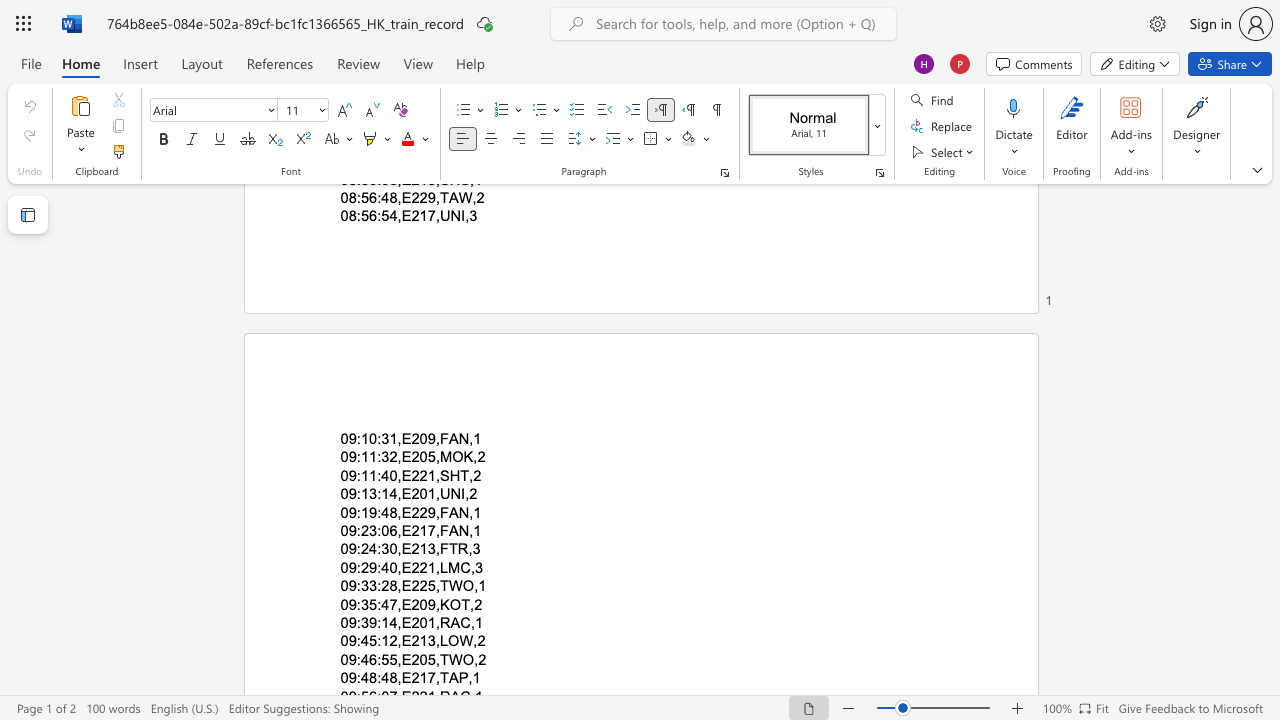  Describe the element at coordinates (356, 437) in the screenshot. I see `the subset text ":10:31,E209,F" within the text "09:10:31,E209,FAN,1"` at that location.